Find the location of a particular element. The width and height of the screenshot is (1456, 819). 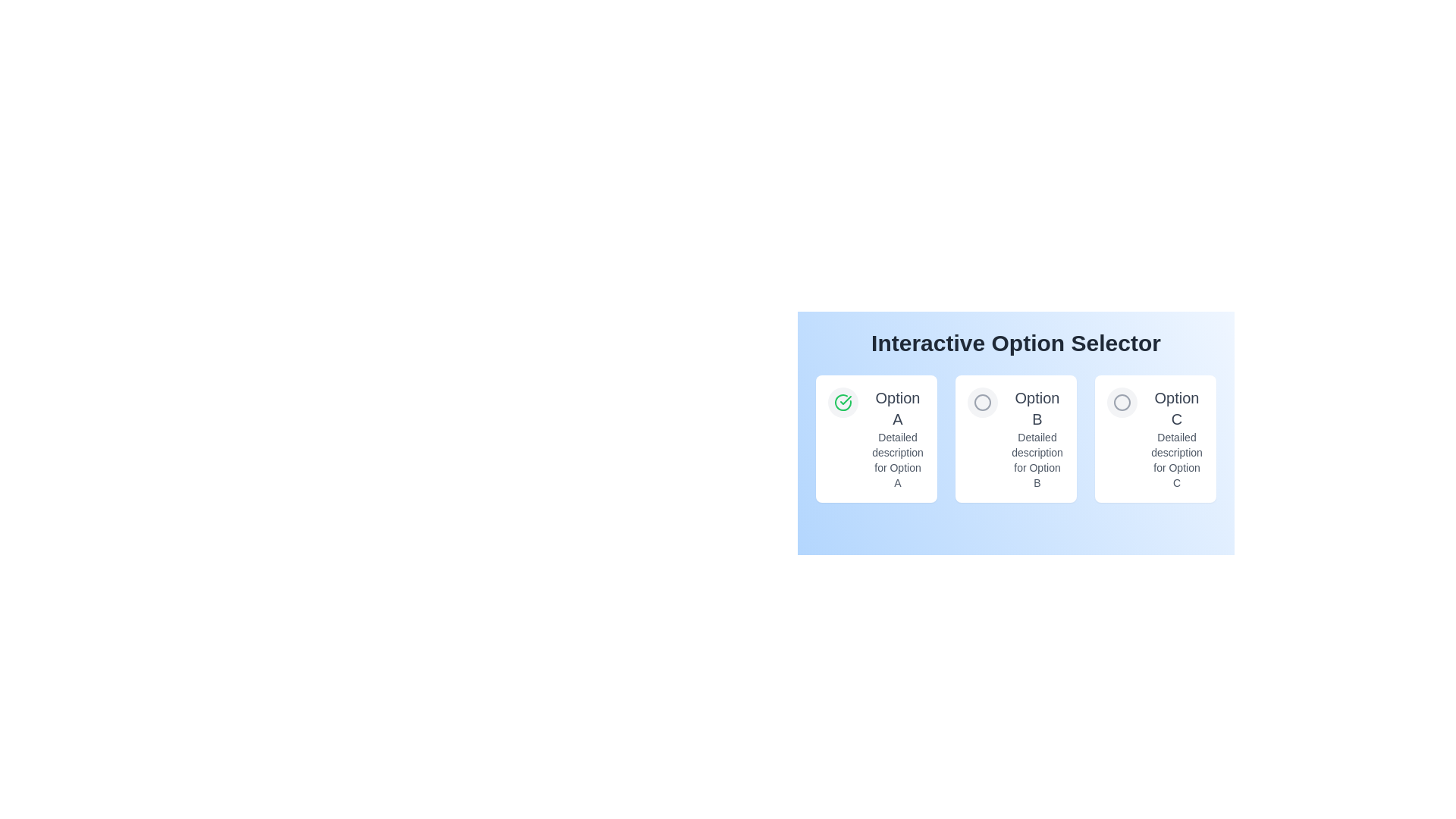

the radio button for 'Option B' is located at coordinates (983, 402).